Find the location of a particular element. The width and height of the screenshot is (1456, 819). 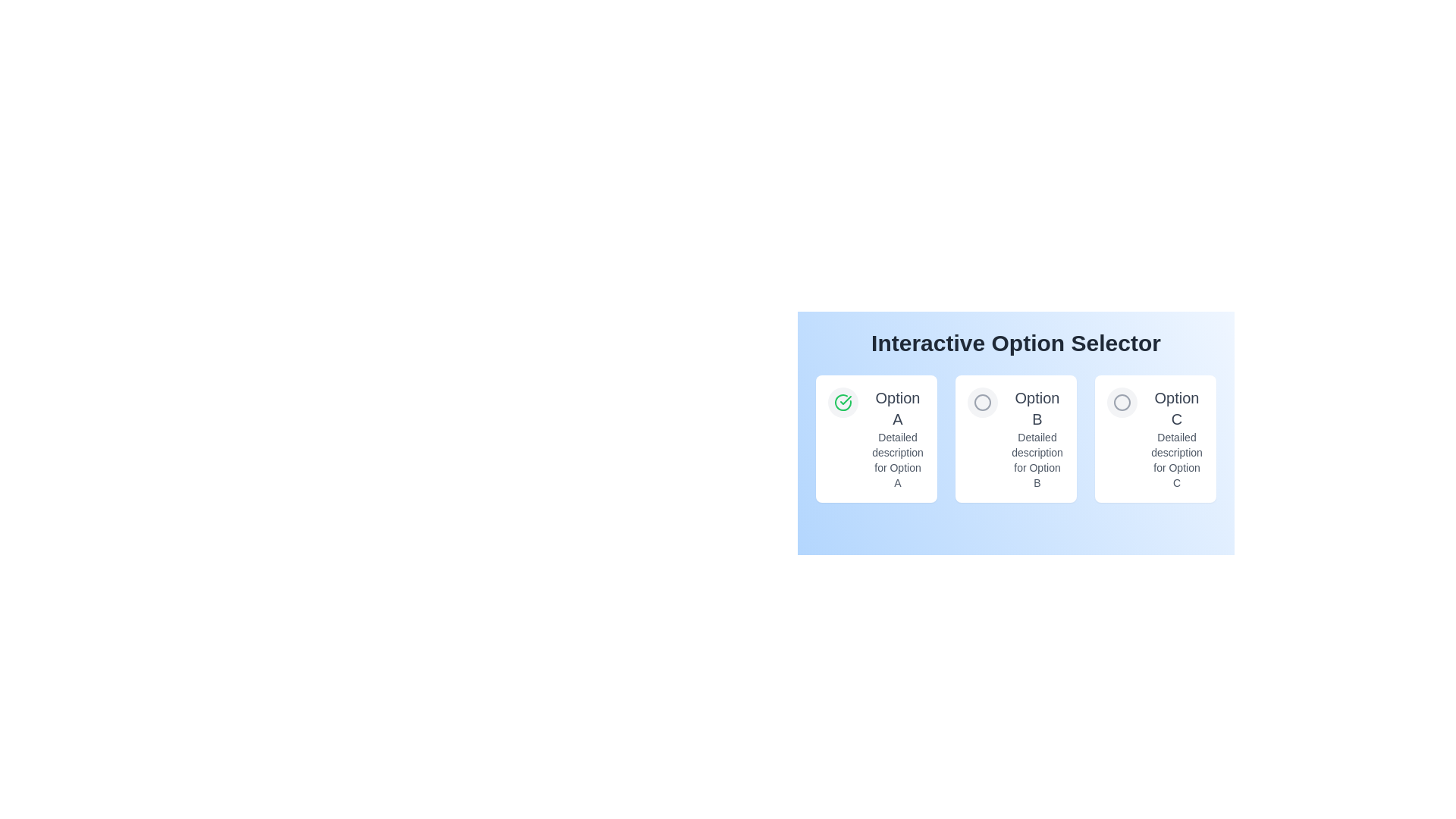

the radio button for 'Option B' is located at coordinates (983, 402).